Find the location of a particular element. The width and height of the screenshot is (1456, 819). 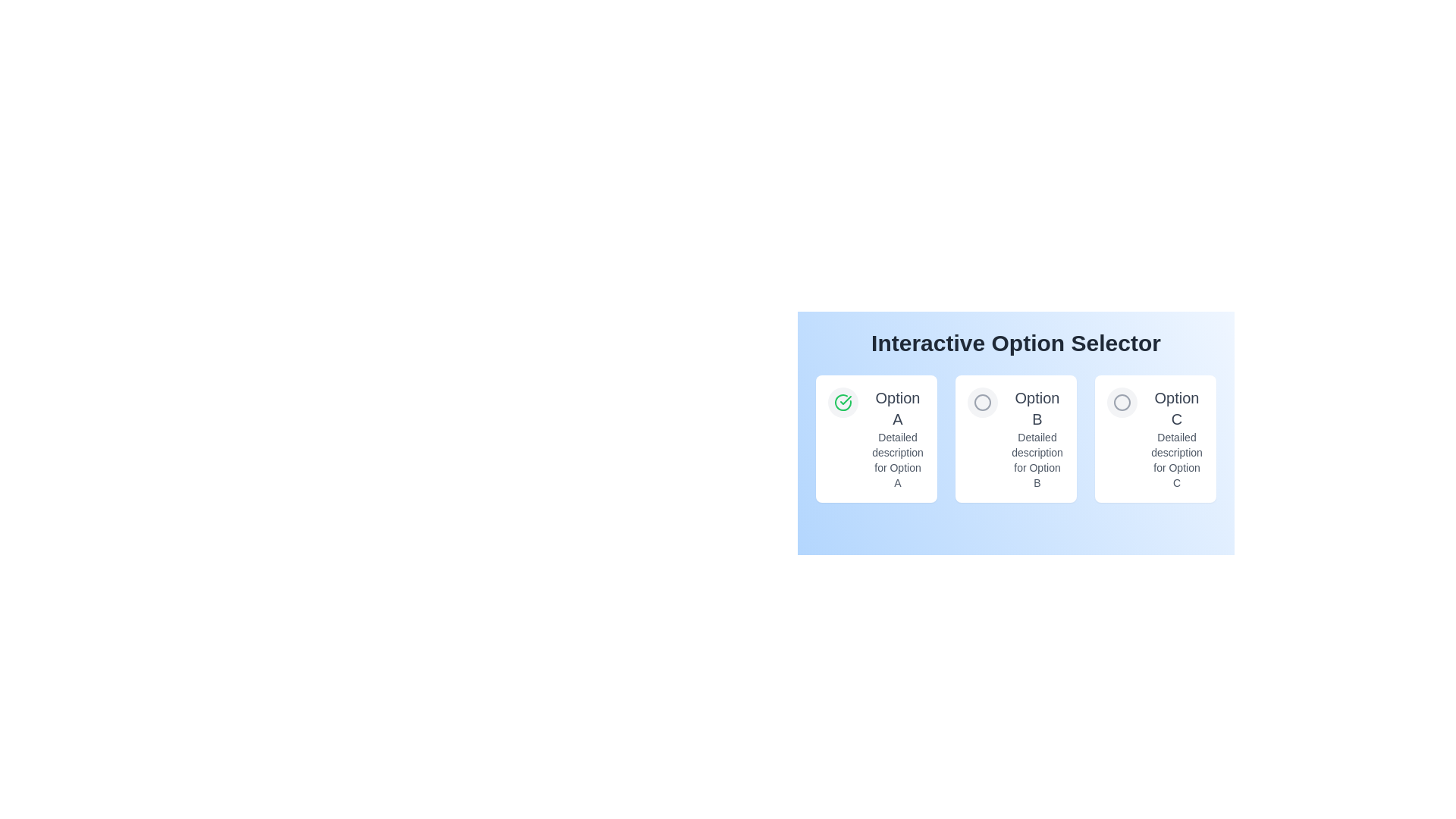

the radio button for 'Option B' is located at coordinates (983, 402).